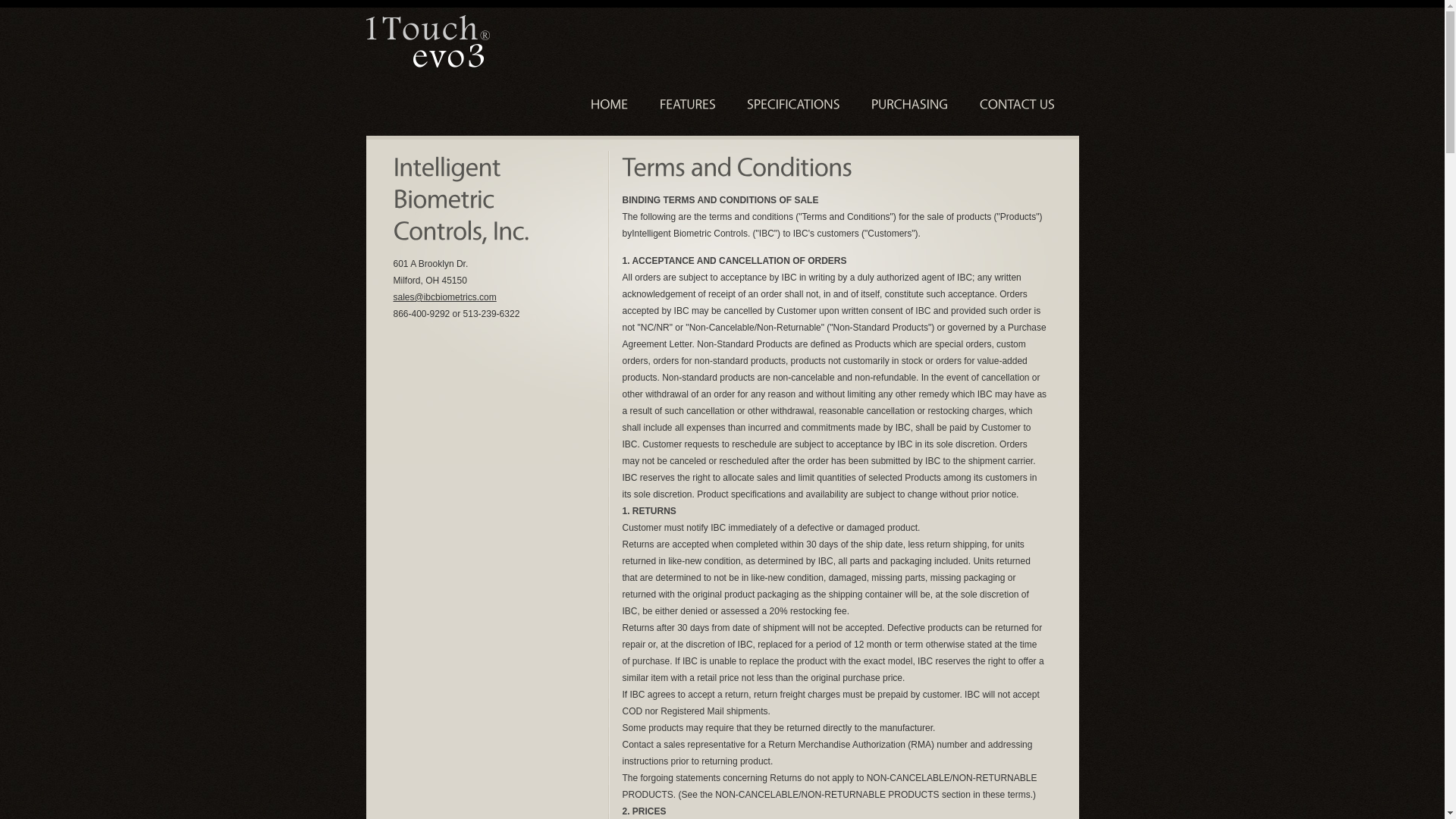 Image resolution: width=1456 pixels, height=819 pixels. Describe the element at coordinates (443, 297) in the screenshot. I see `'sales@ibcbiometrics.com'` at that location.